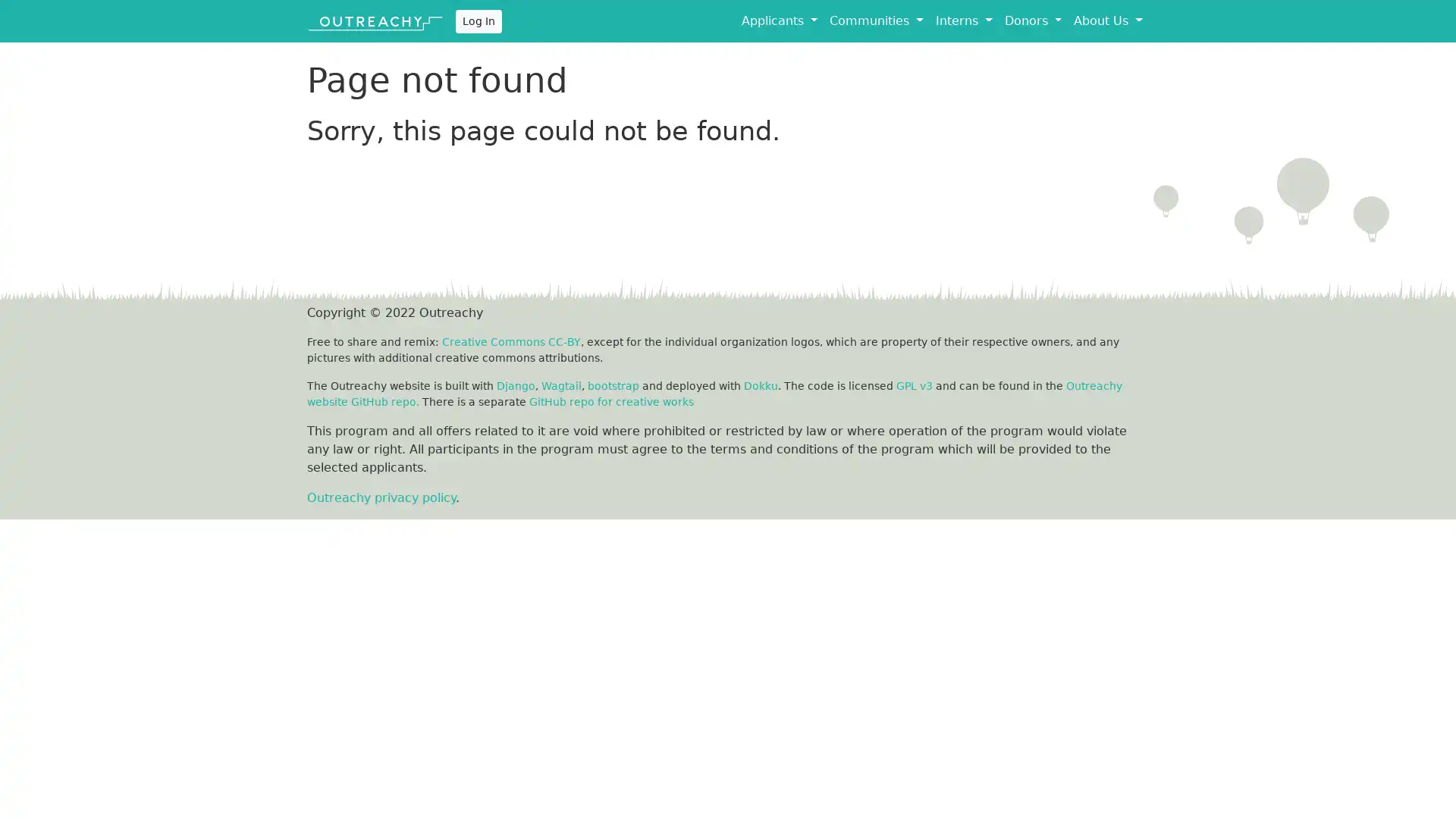 This screenshot has width=1456, height=819. What do you see at coordinates (478, 20) in the screenshot?
I see `Log In` at bounding box center [478, 20].